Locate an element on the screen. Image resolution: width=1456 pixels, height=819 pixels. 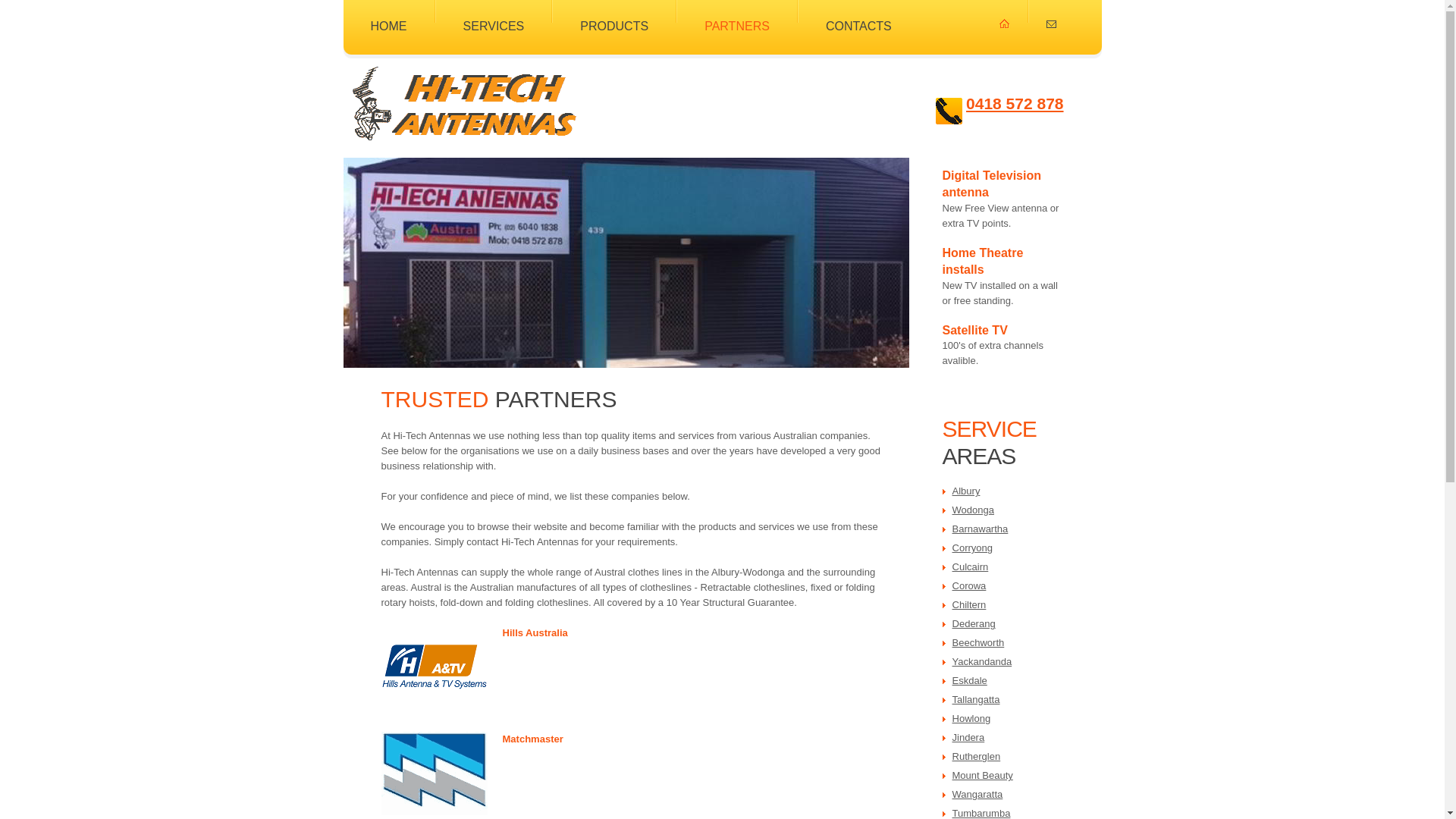
'Corryong' is located at coordinates (972, 548).